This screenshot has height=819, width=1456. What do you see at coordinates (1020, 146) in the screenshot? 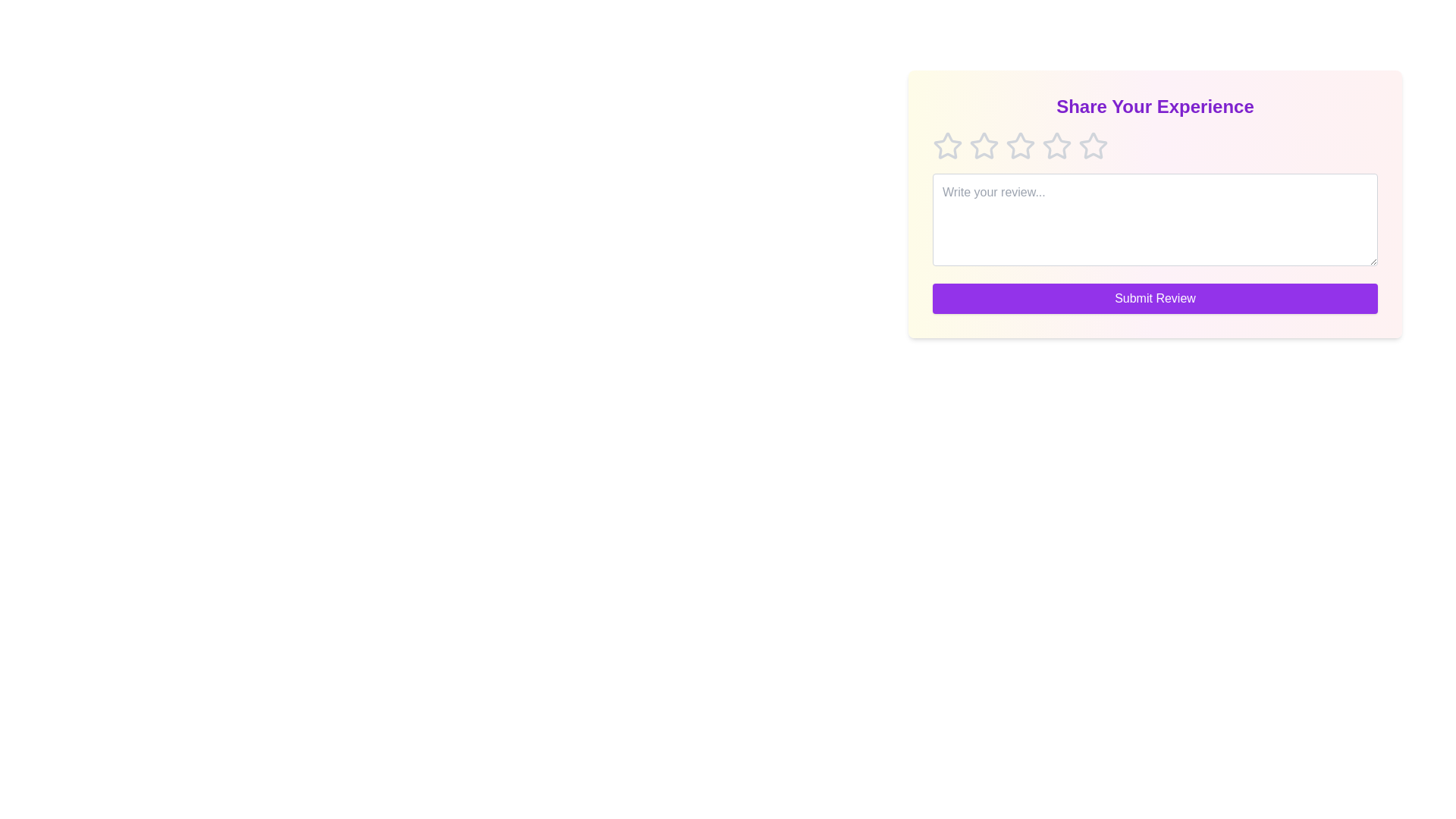
I see `the star corresponding to the rating 3` at bounding box center [1020, 146].